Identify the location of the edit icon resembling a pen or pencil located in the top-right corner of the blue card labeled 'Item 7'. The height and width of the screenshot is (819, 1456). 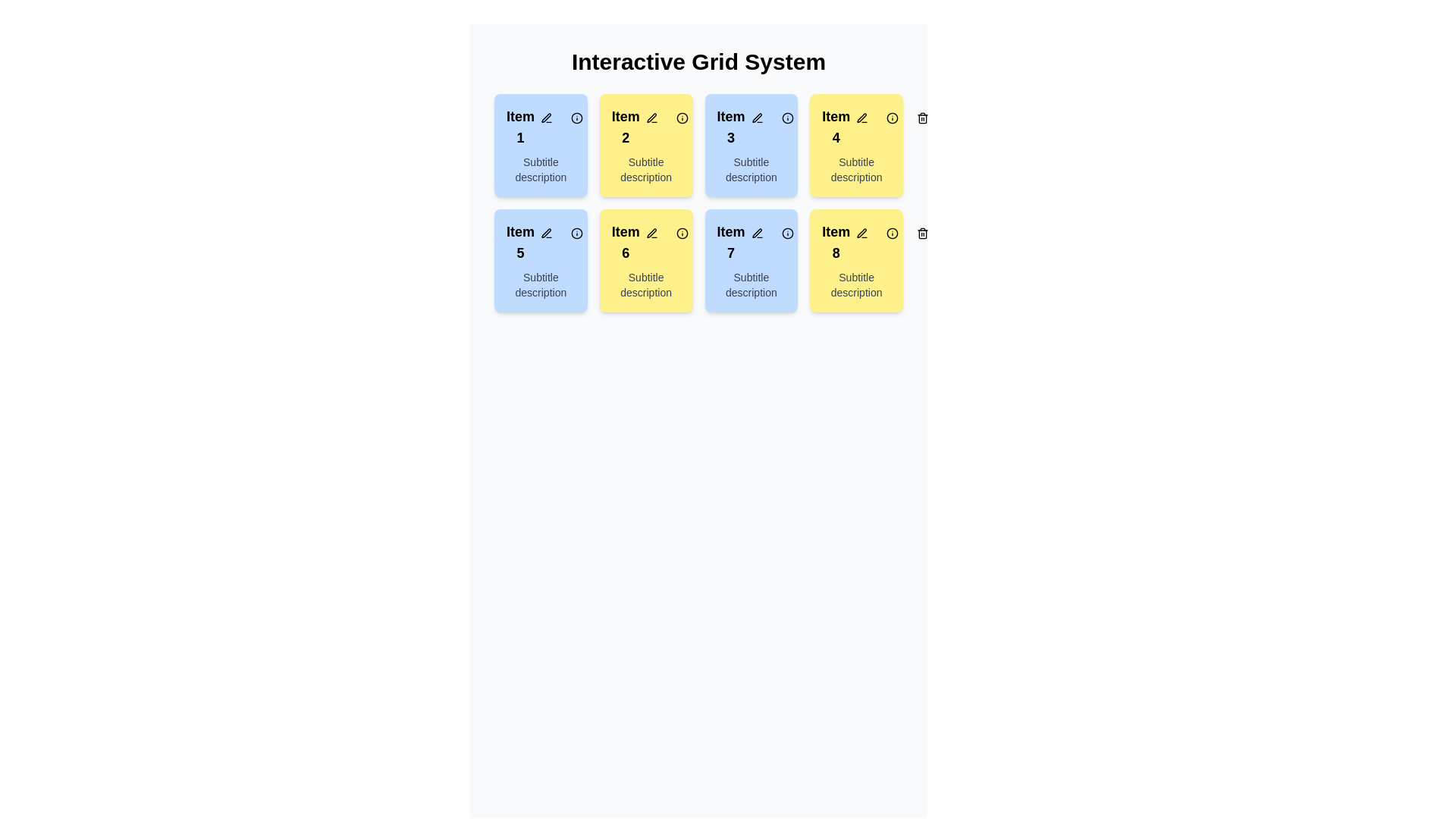
(757, 234).